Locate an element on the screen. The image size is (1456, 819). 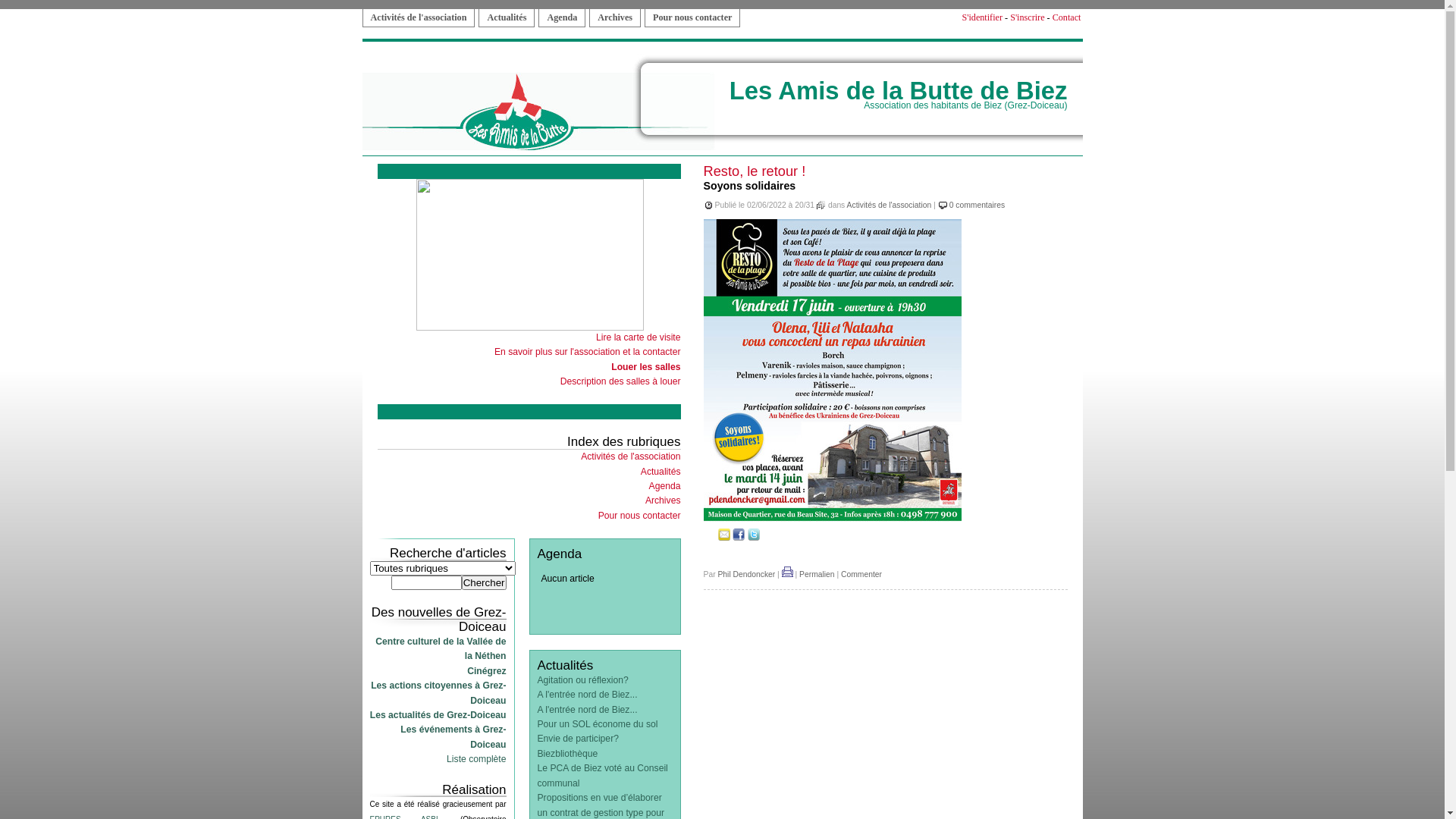
'Contact' is located at coordinates (1051, 17).